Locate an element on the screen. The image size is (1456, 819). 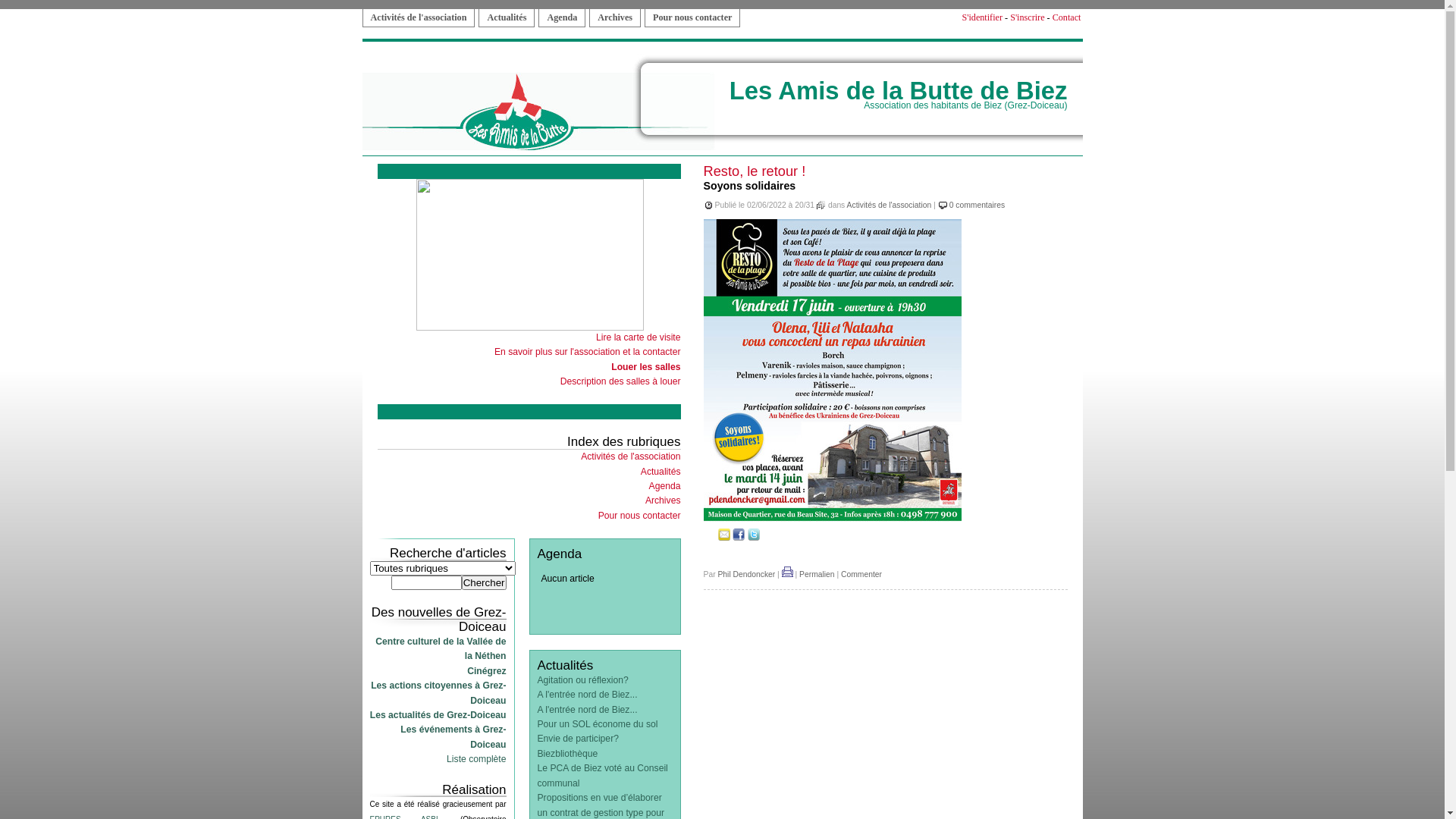
'Contact' is located at coordinates (1051, 17).